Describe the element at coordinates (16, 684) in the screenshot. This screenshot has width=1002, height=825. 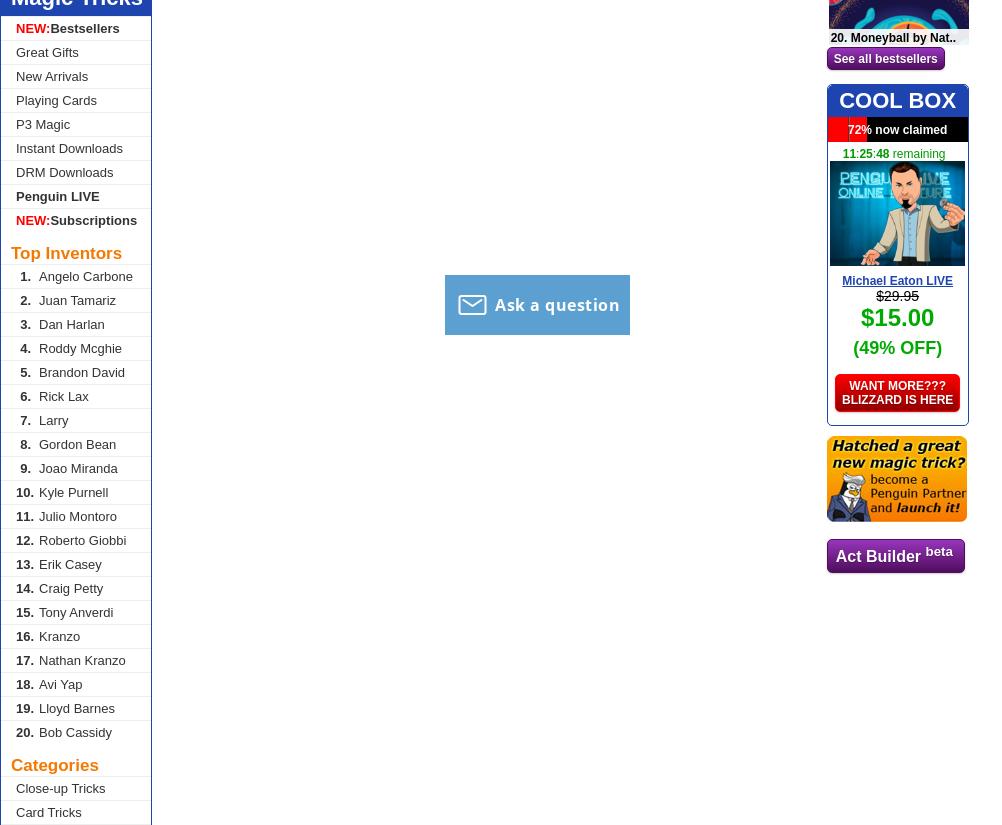
I see `'18.'` at that location.